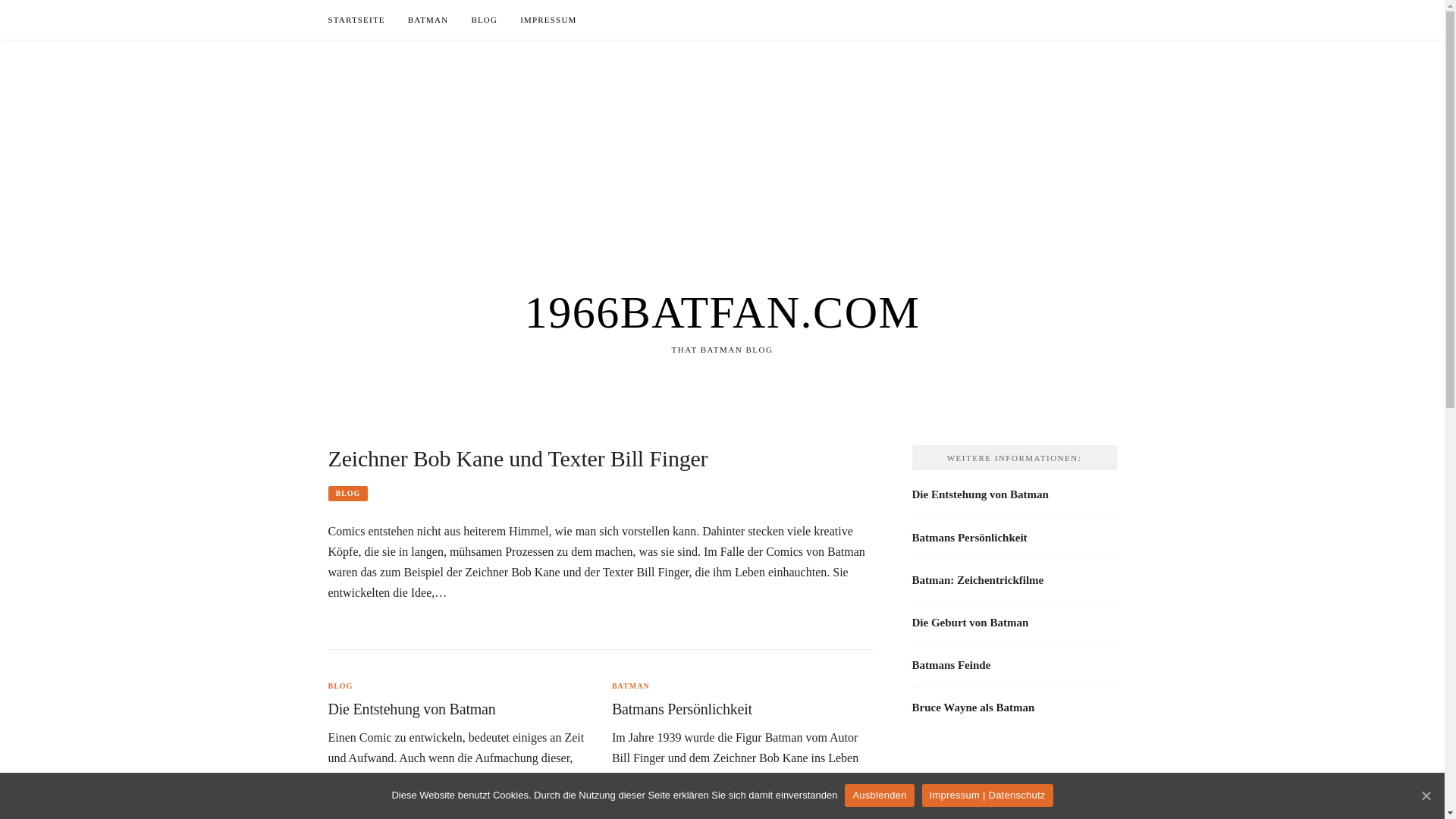 The height and width of the screenshot is (819, 1456). Describe the element at coordinates (355, 20) in the screenshot. I see `'STARTSEITE'` at that location.